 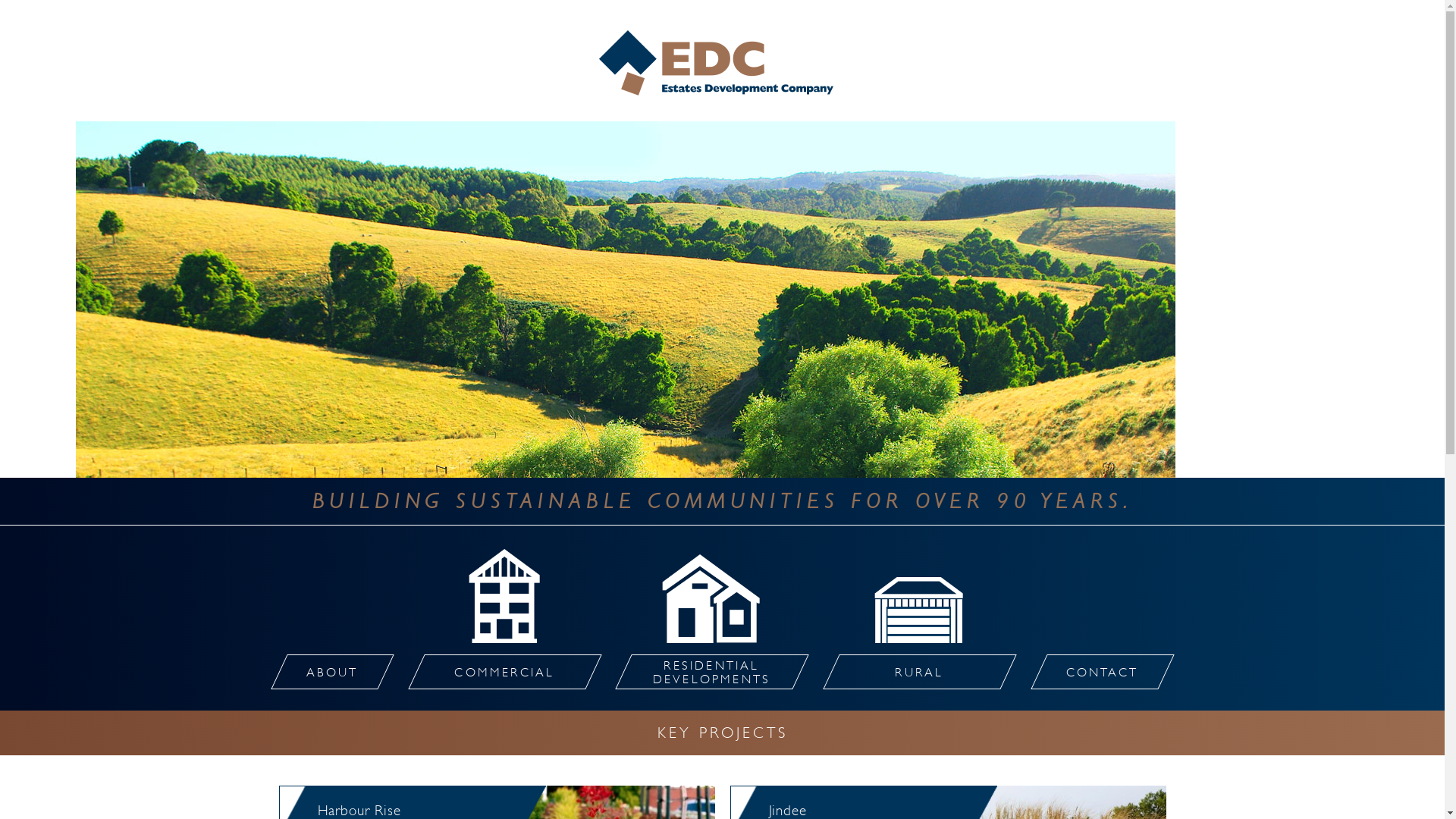 I want to click on 'ABOUT', so click(x=323, y=671).